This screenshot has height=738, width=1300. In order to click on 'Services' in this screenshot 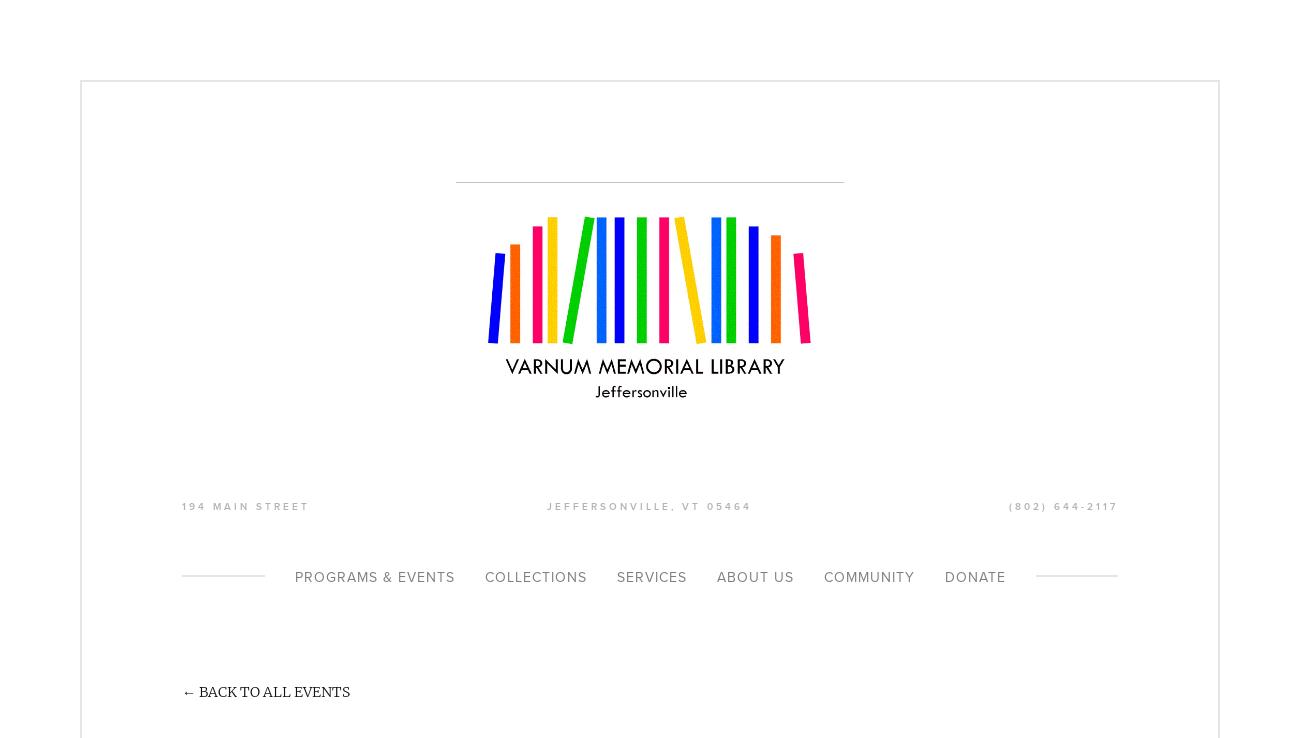, I will do `click(650, 577)`.